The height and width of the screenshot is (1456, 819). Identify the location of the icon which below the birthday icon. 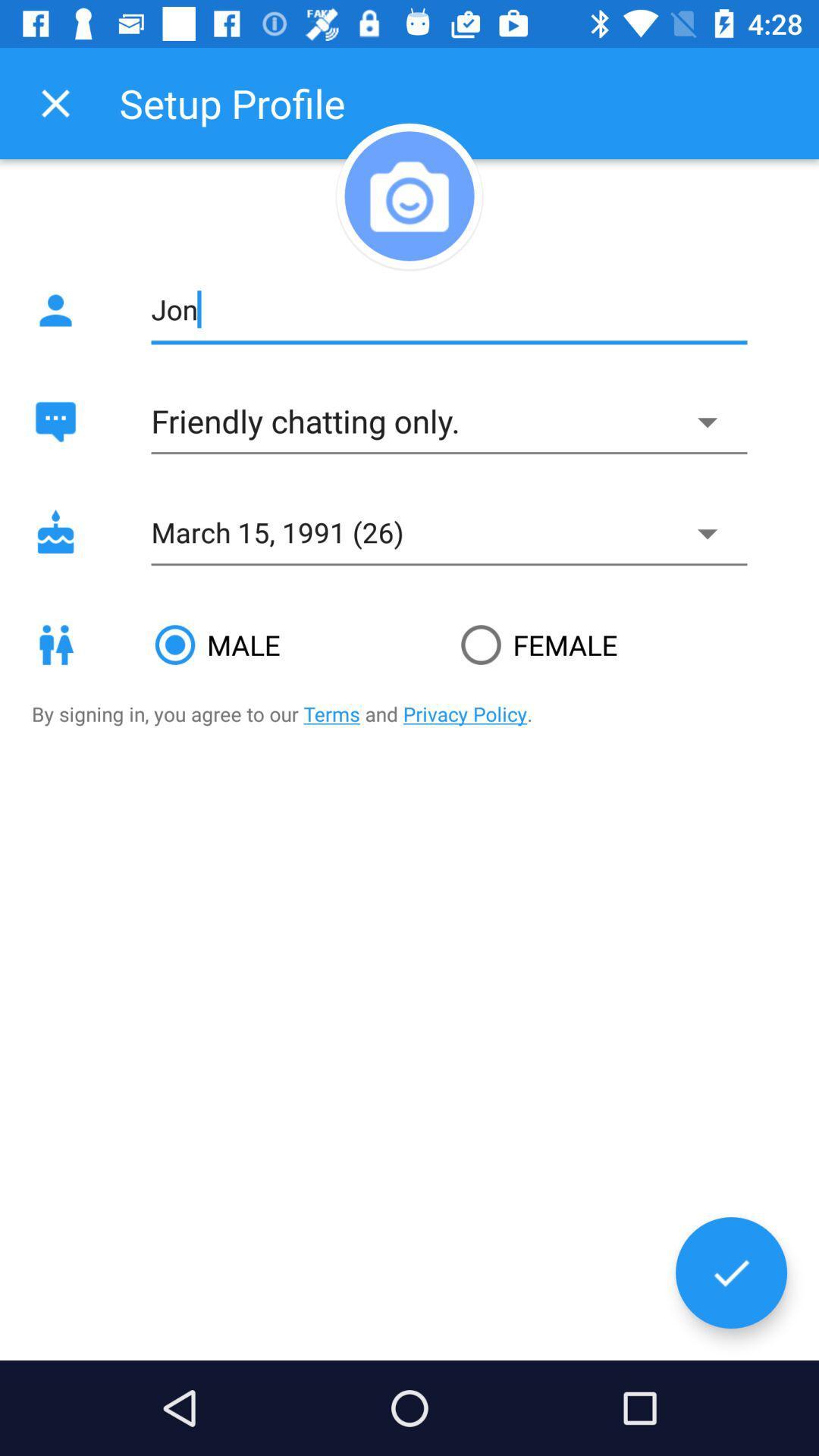
(55, 645).